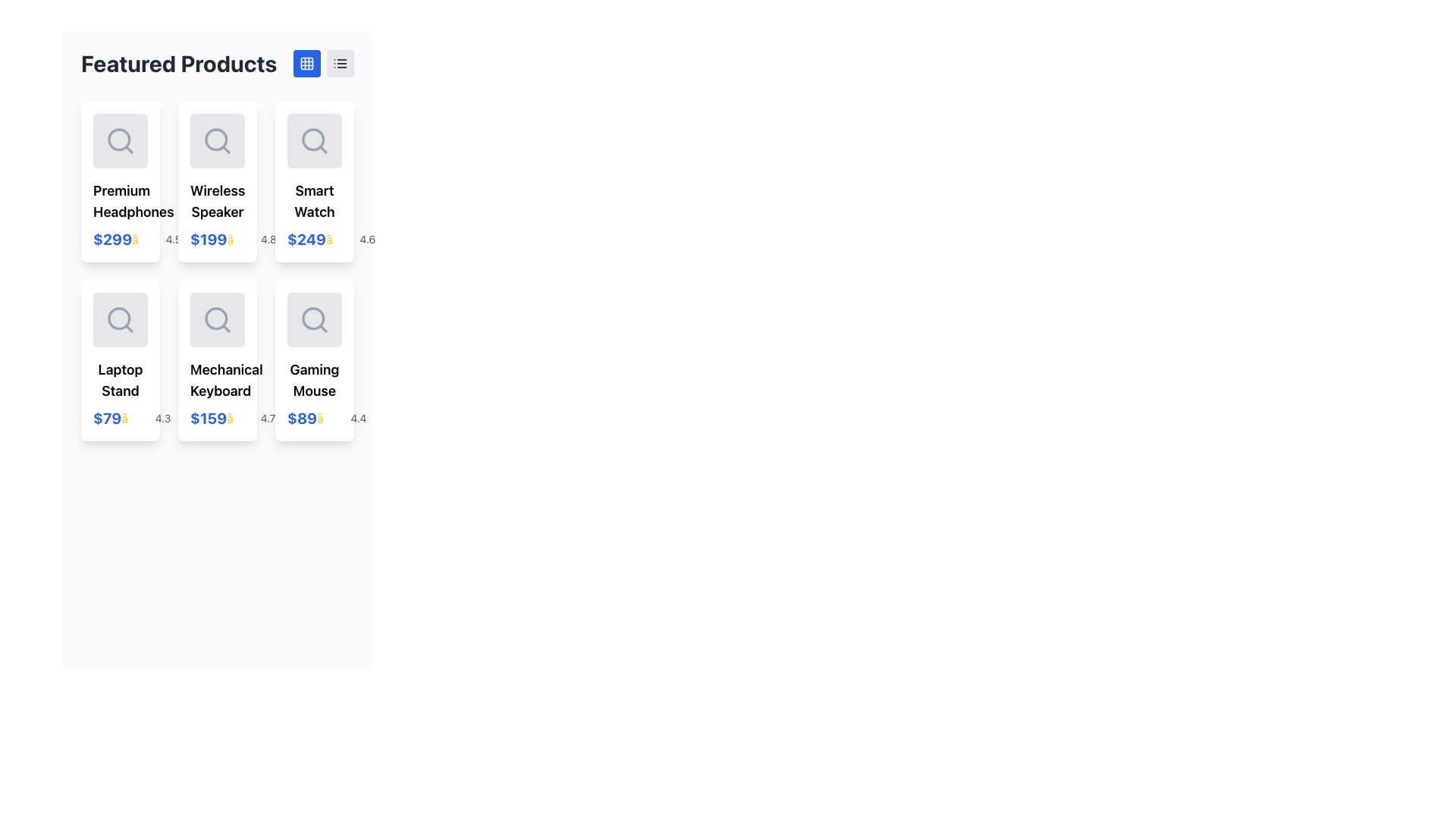  I want to click on the button icon resembling a list layout, located in the top-right corner of the 'Featured Products' section, so click(340, 63).